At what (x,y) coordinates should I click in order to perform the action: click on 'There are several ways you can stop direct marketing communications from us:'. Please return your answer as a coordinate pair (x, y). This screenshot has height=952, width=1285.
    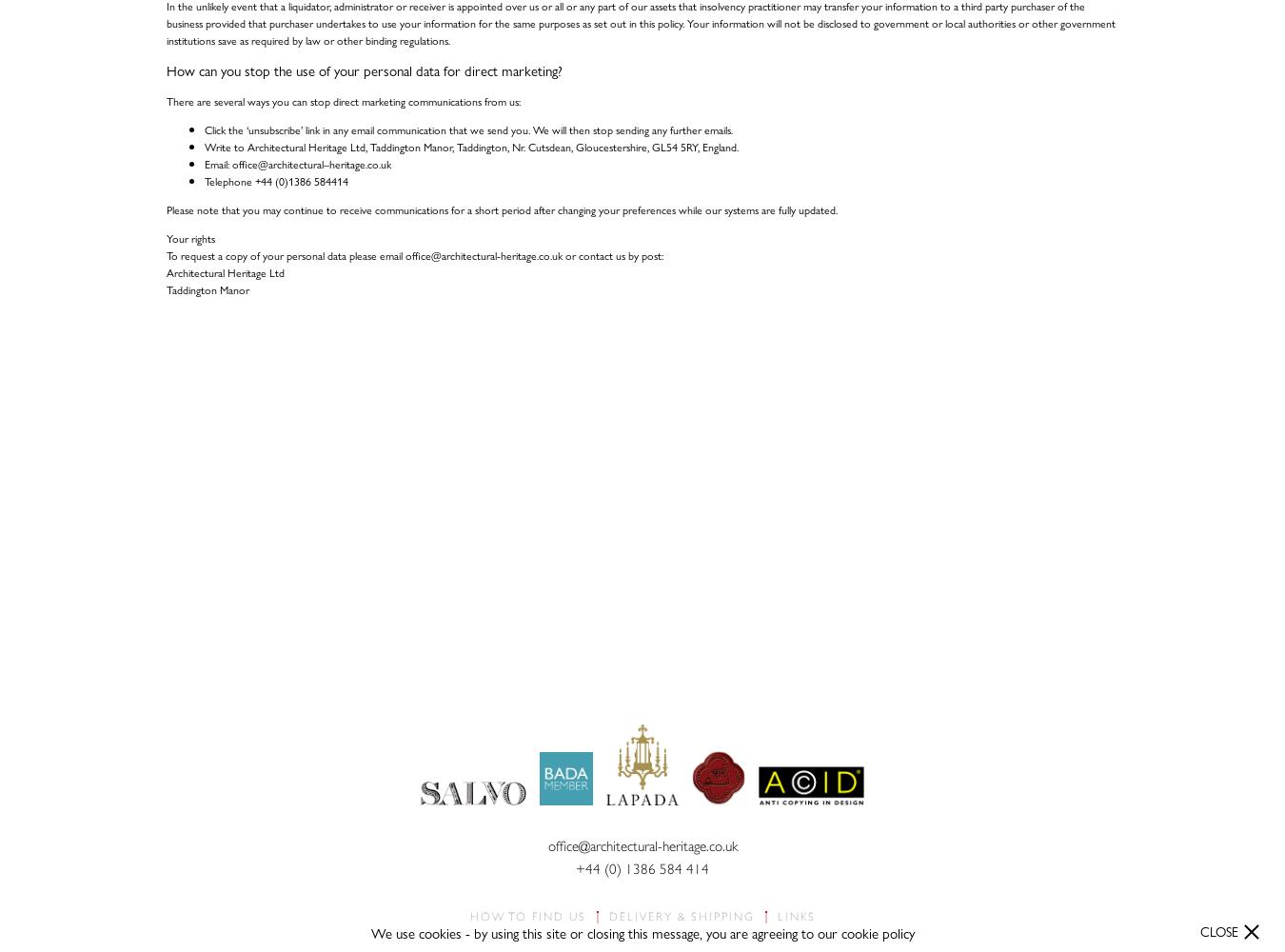
    Looking at the image, I should click on (343, 99).